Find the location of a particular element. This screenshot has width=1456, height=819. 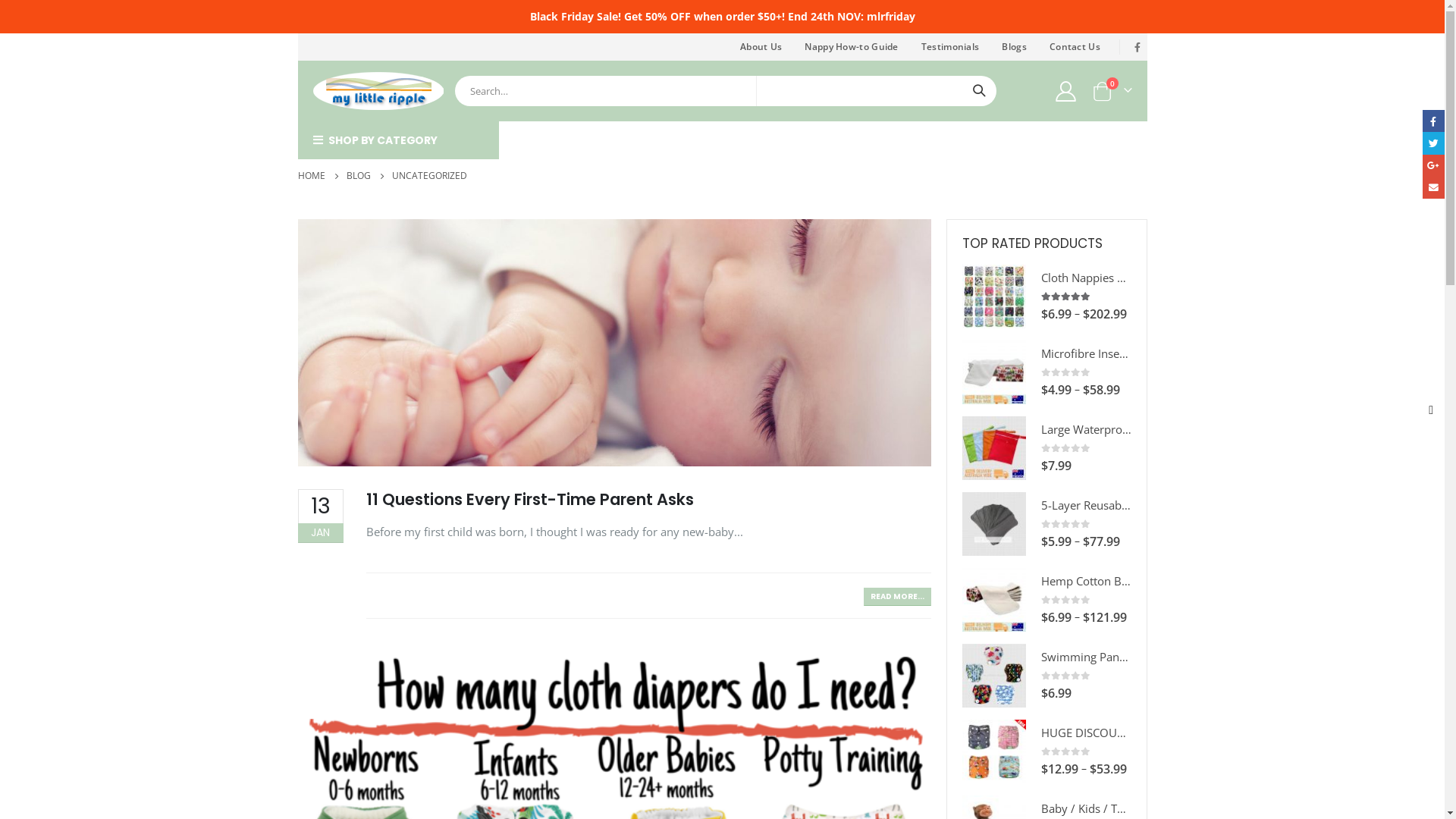

'Swimming Pants for Babies - Washable Adjustable' is located at coordinates (1084, 656).